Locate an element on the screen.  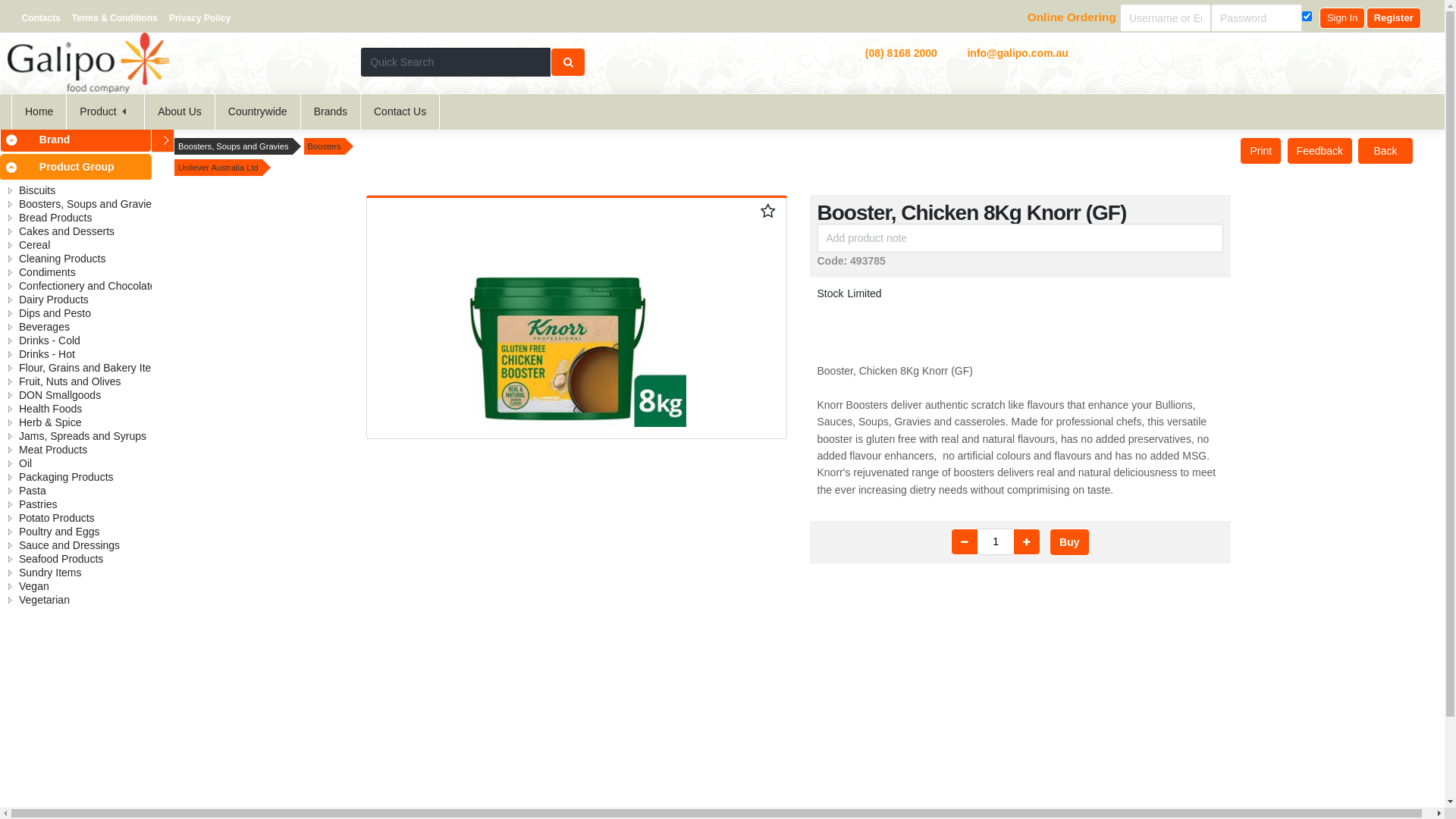
'Search' is located at coordinates (566, 61).